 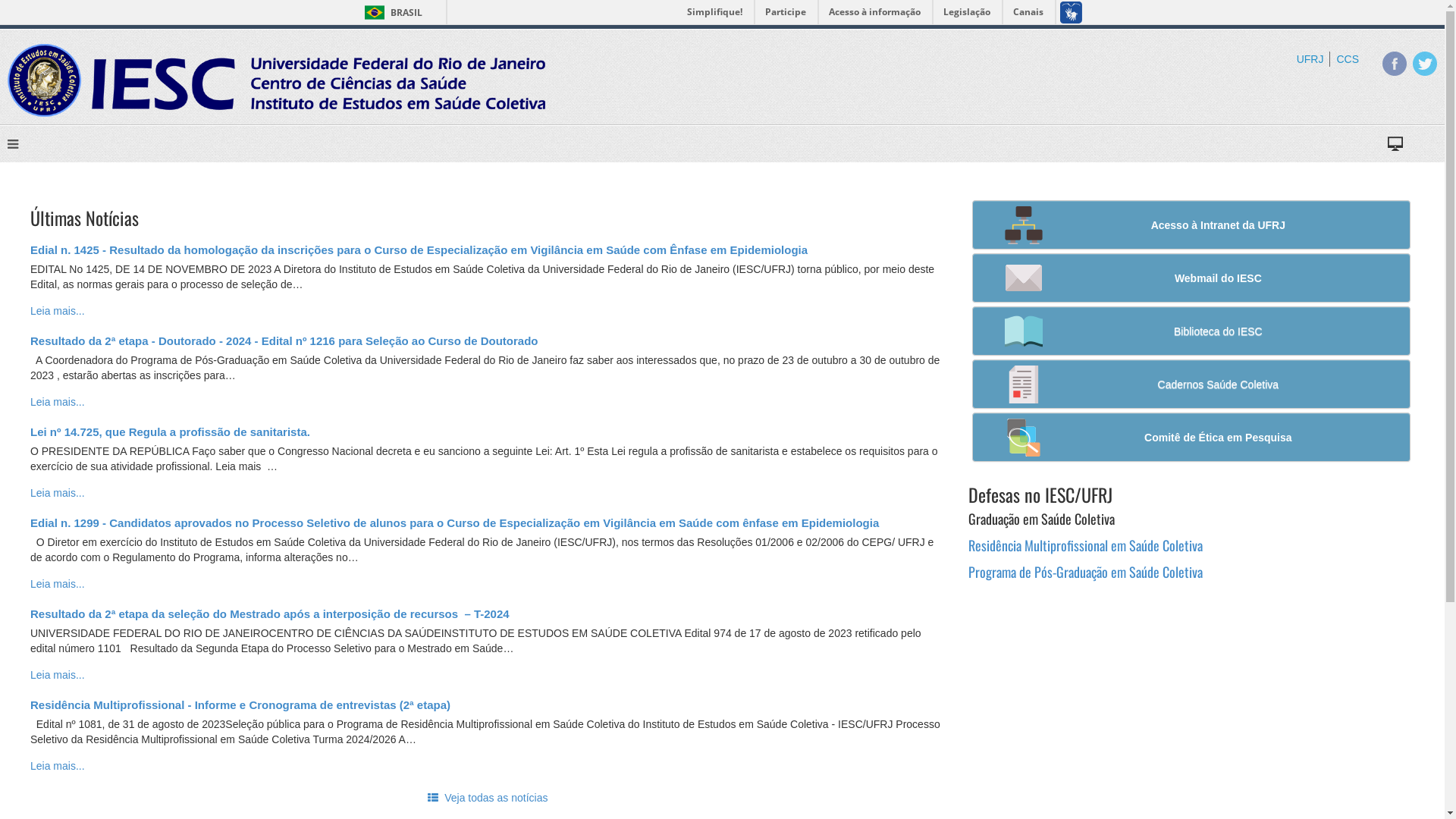 I want to click on 'BRASIL', so click(x=390, y=12).